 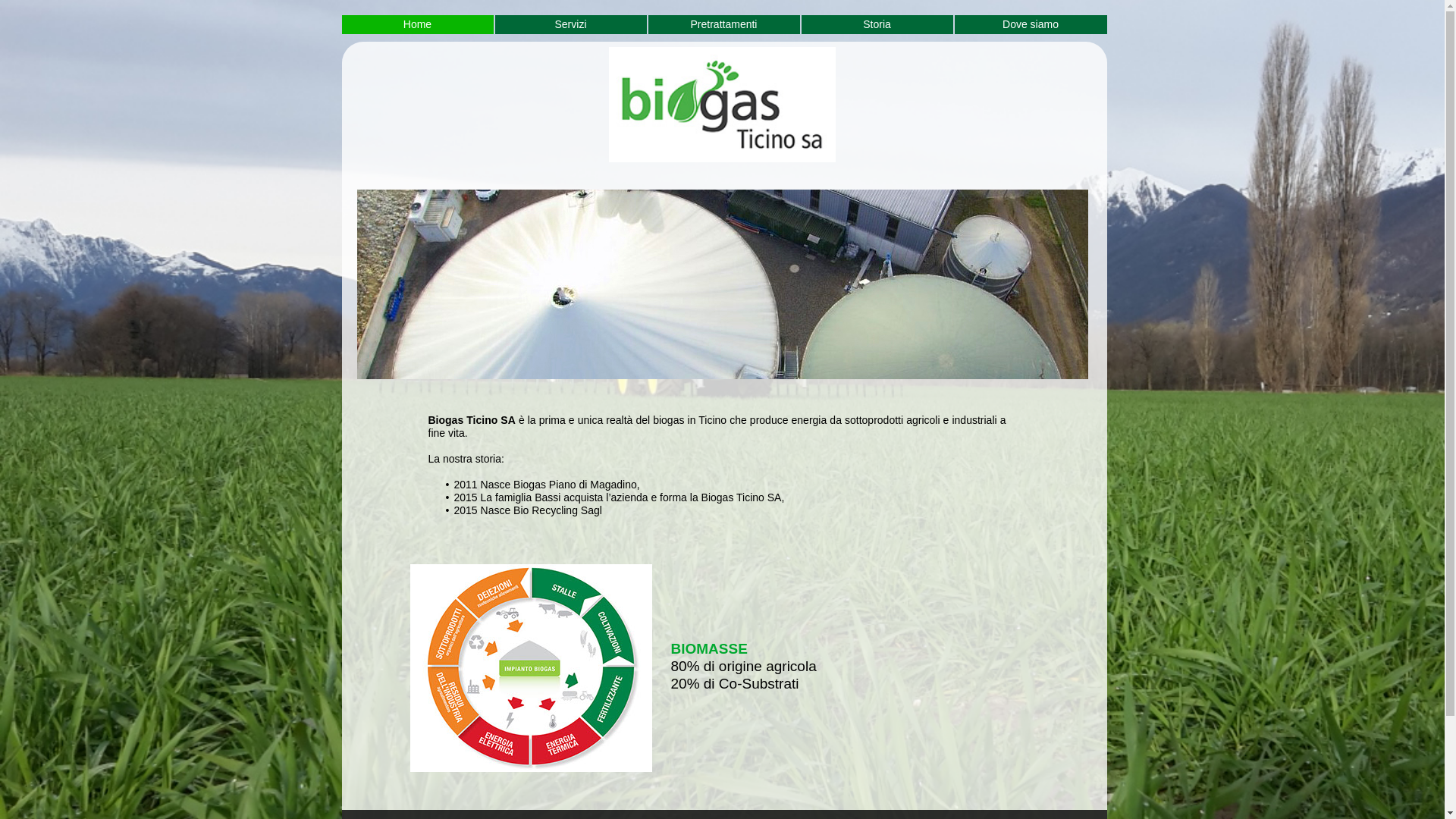 I want to click on 'Dove siamo', so click(x=1030, y=24).